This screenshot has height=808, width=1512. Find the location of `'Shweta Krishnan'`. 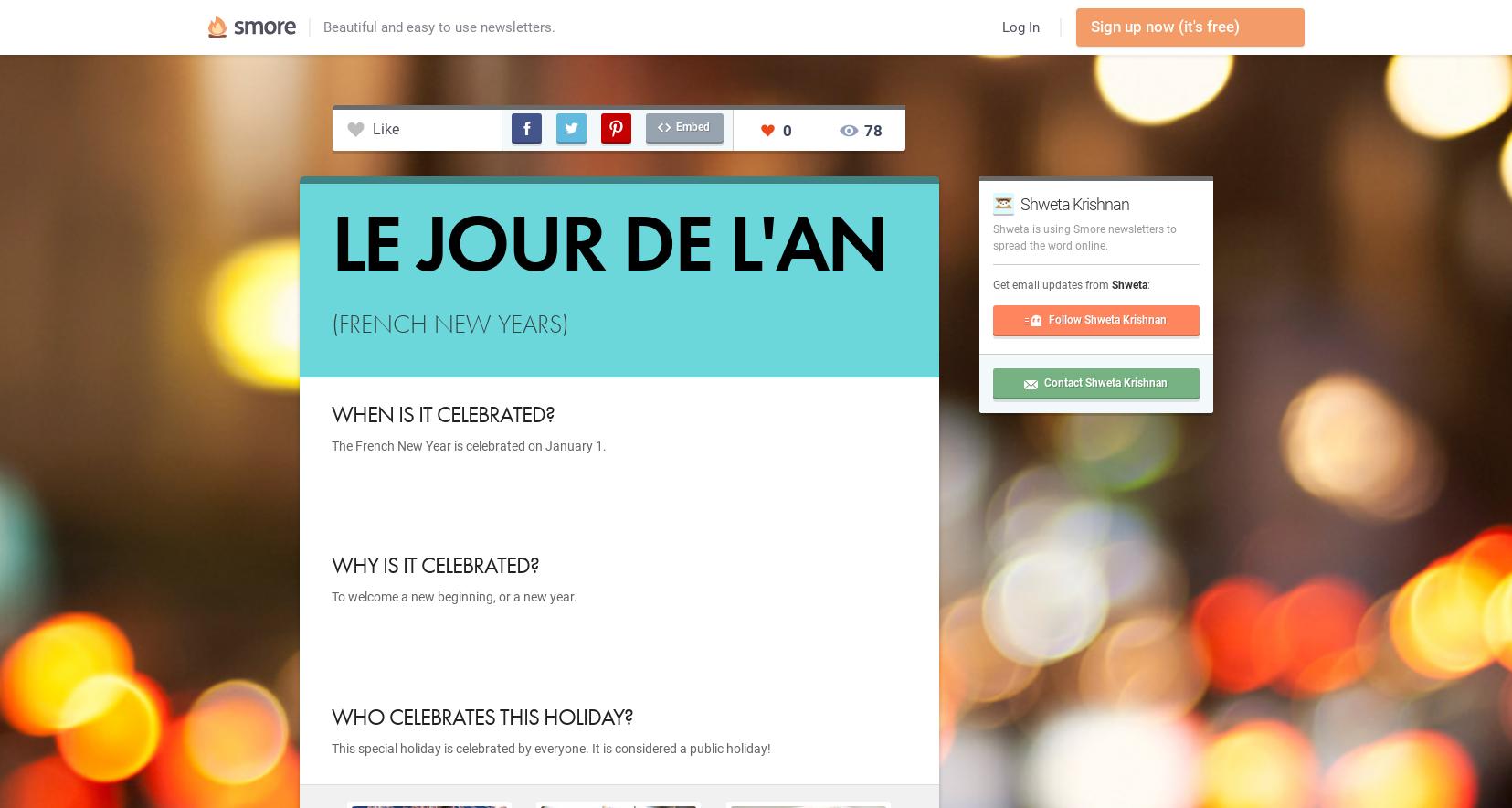

'Shweta Krishnan' is located at coordinates (1073, 204).